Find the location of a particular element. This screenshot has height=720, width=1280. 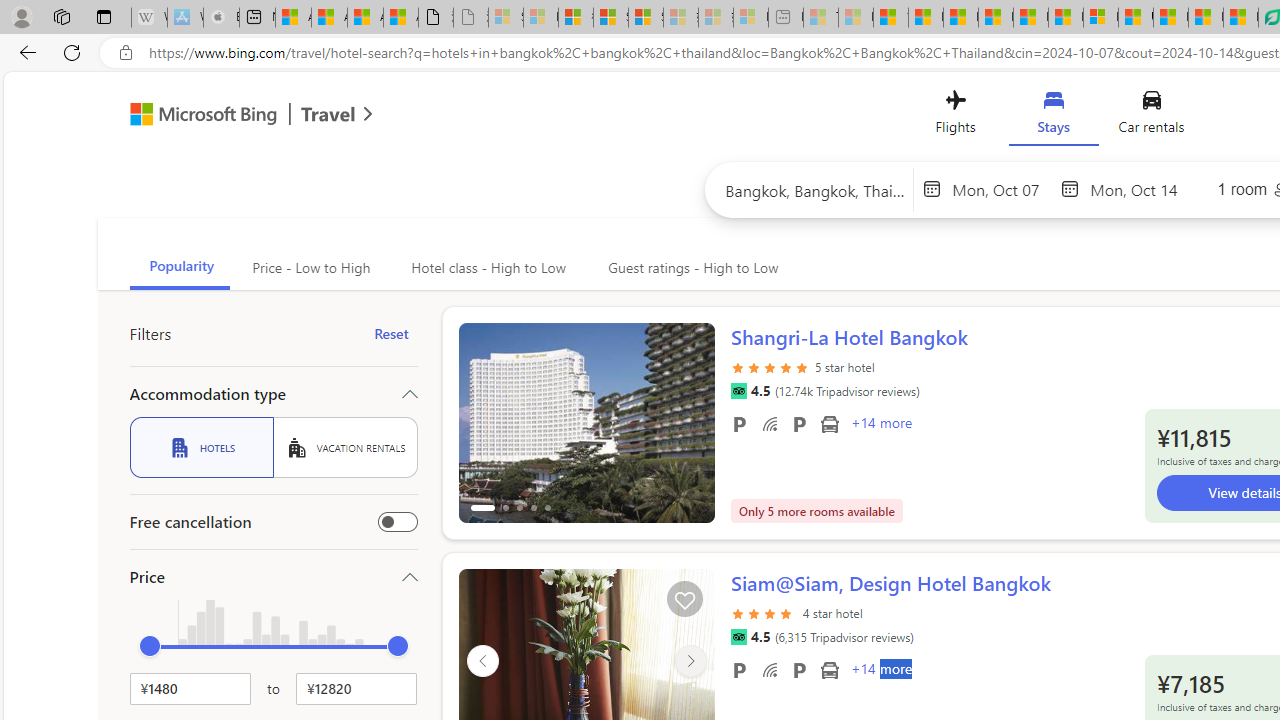

'star rating' is located at coordinates (763, 623).